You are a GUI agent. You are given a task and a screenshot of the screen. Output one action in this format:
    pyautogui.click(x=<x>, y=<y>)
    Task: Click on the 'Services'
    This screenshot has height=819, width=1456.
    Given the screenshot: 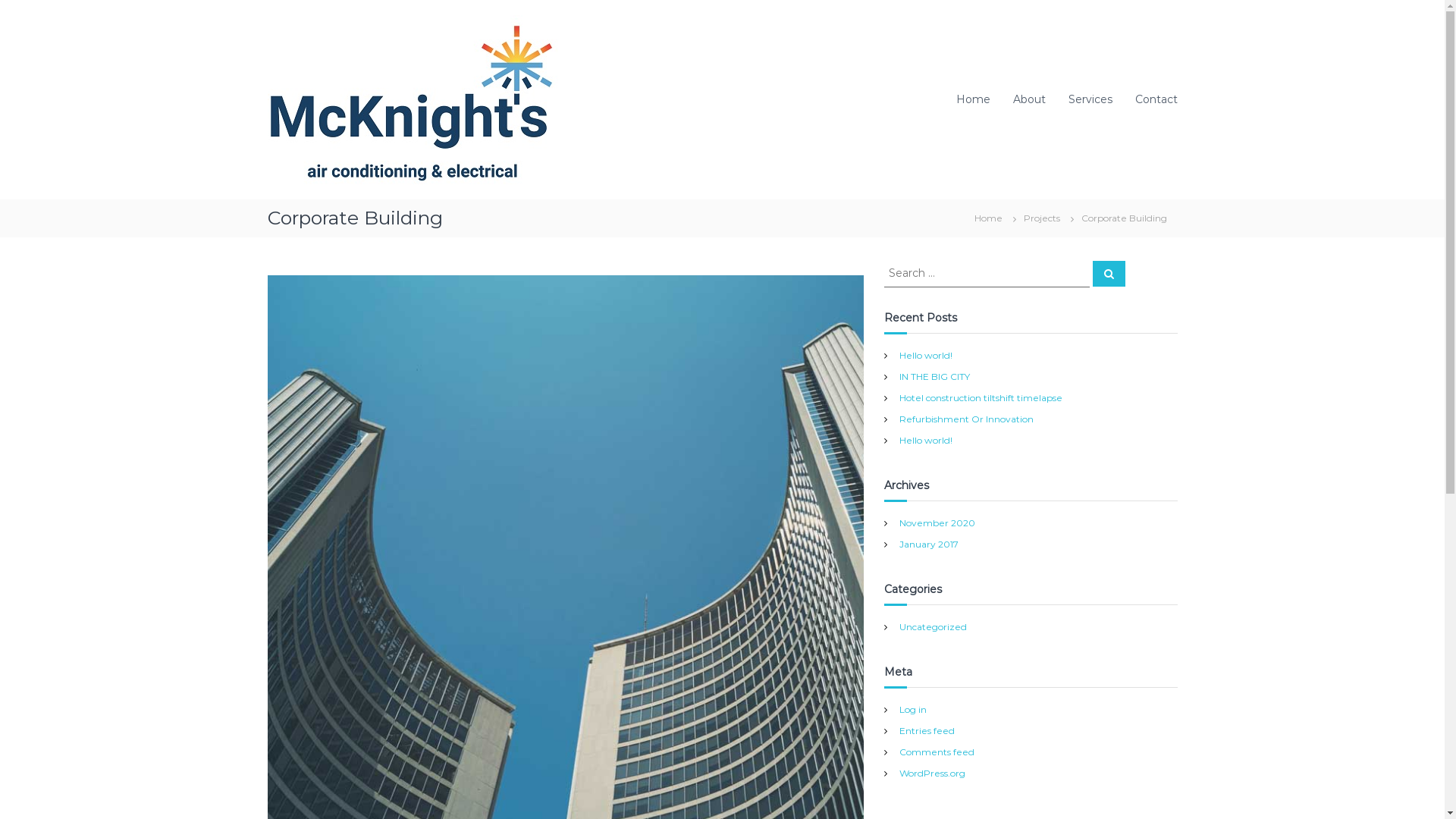 What is the action you would take?
    pyautogui.click(x=1088, y=99)
    